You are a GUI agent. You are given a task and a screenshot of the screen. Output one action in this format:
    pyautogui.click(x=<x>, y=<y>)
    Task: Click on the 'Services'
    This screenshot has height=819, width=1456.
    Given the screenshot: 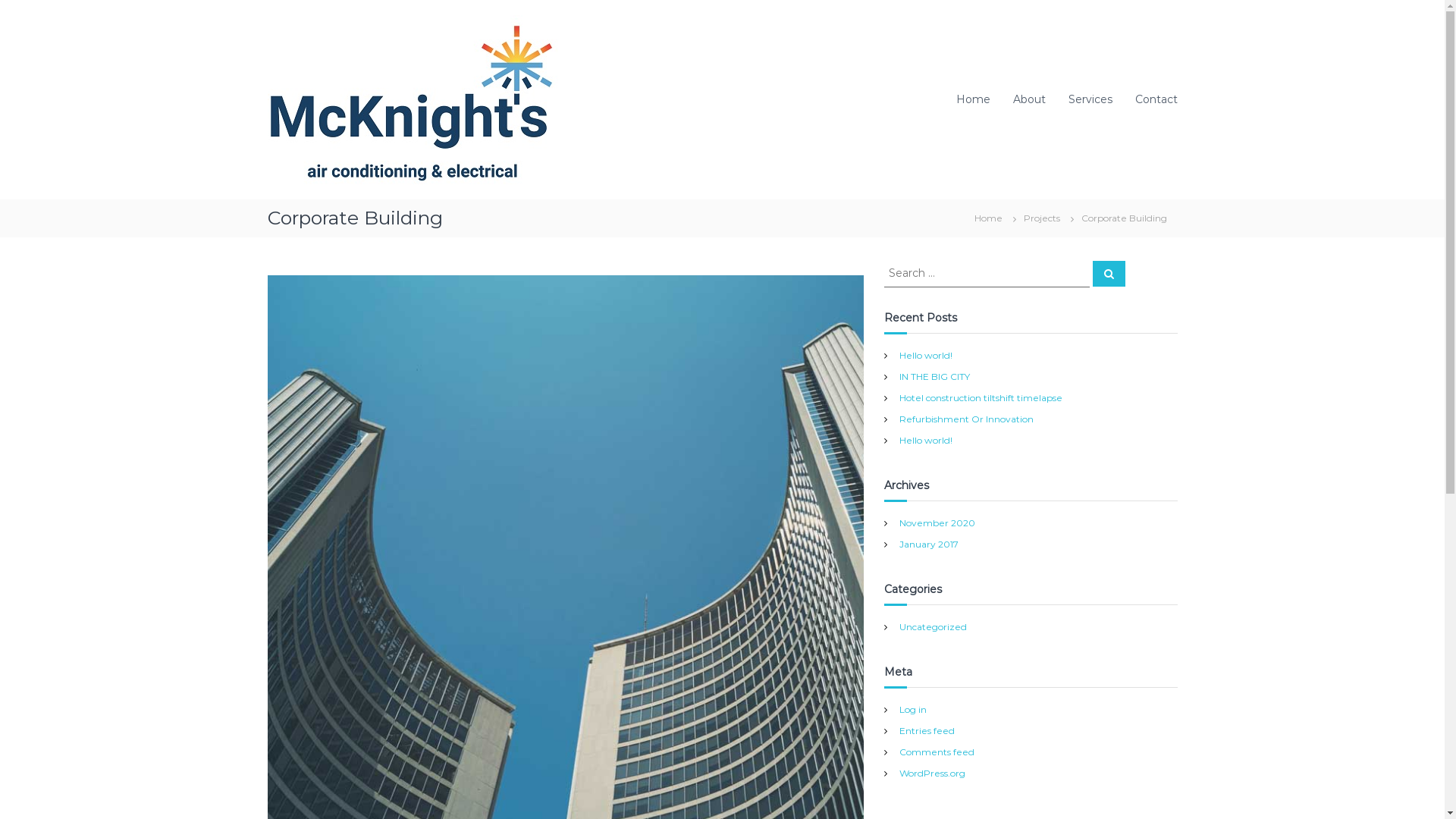 What is the action you would take?
    pyautogui.click(x=1088, y=99)
    